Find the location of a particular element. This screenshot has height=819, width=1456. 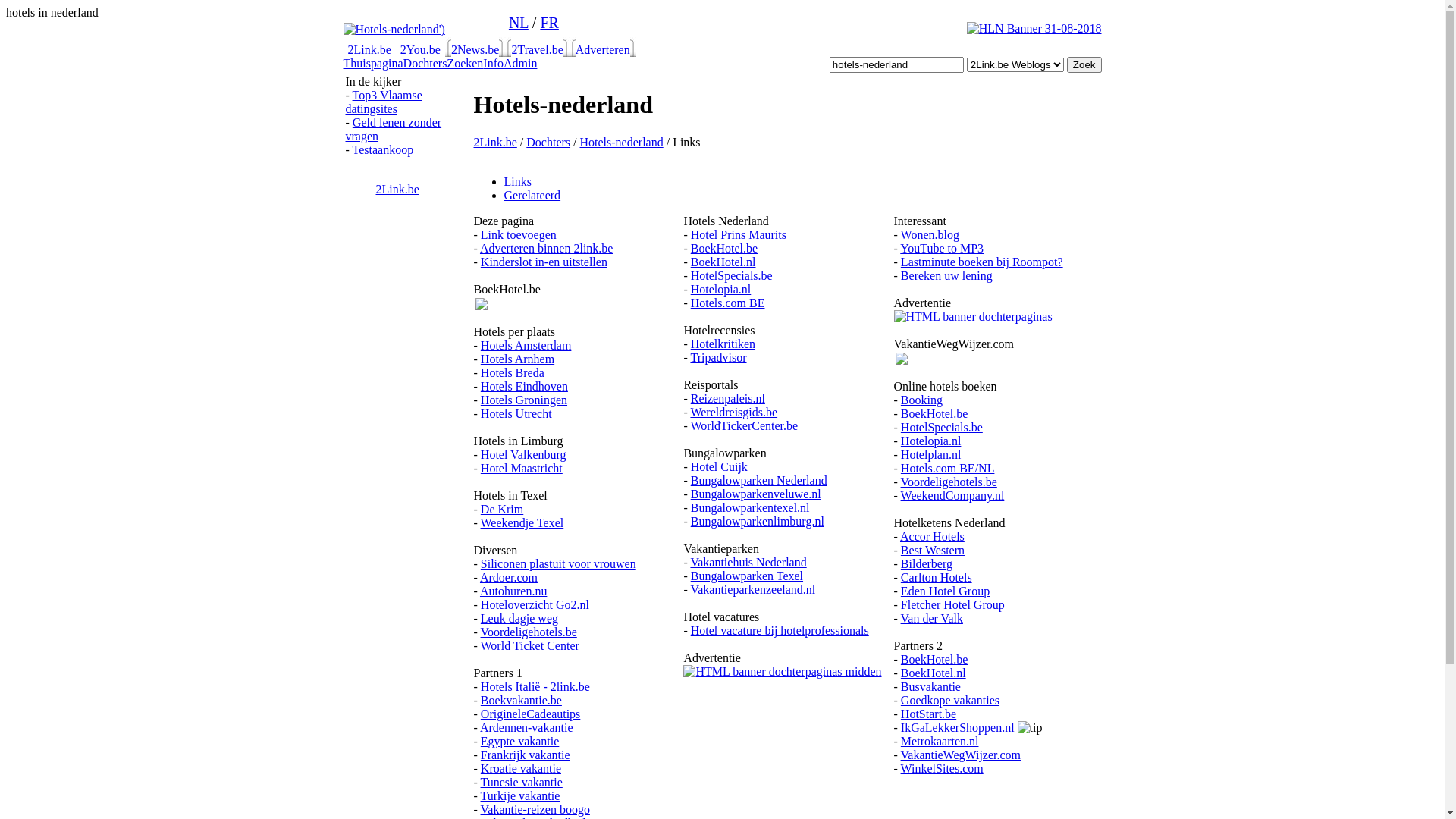

'Fletcher Hotel Group' is located at coordinates (952, 604).